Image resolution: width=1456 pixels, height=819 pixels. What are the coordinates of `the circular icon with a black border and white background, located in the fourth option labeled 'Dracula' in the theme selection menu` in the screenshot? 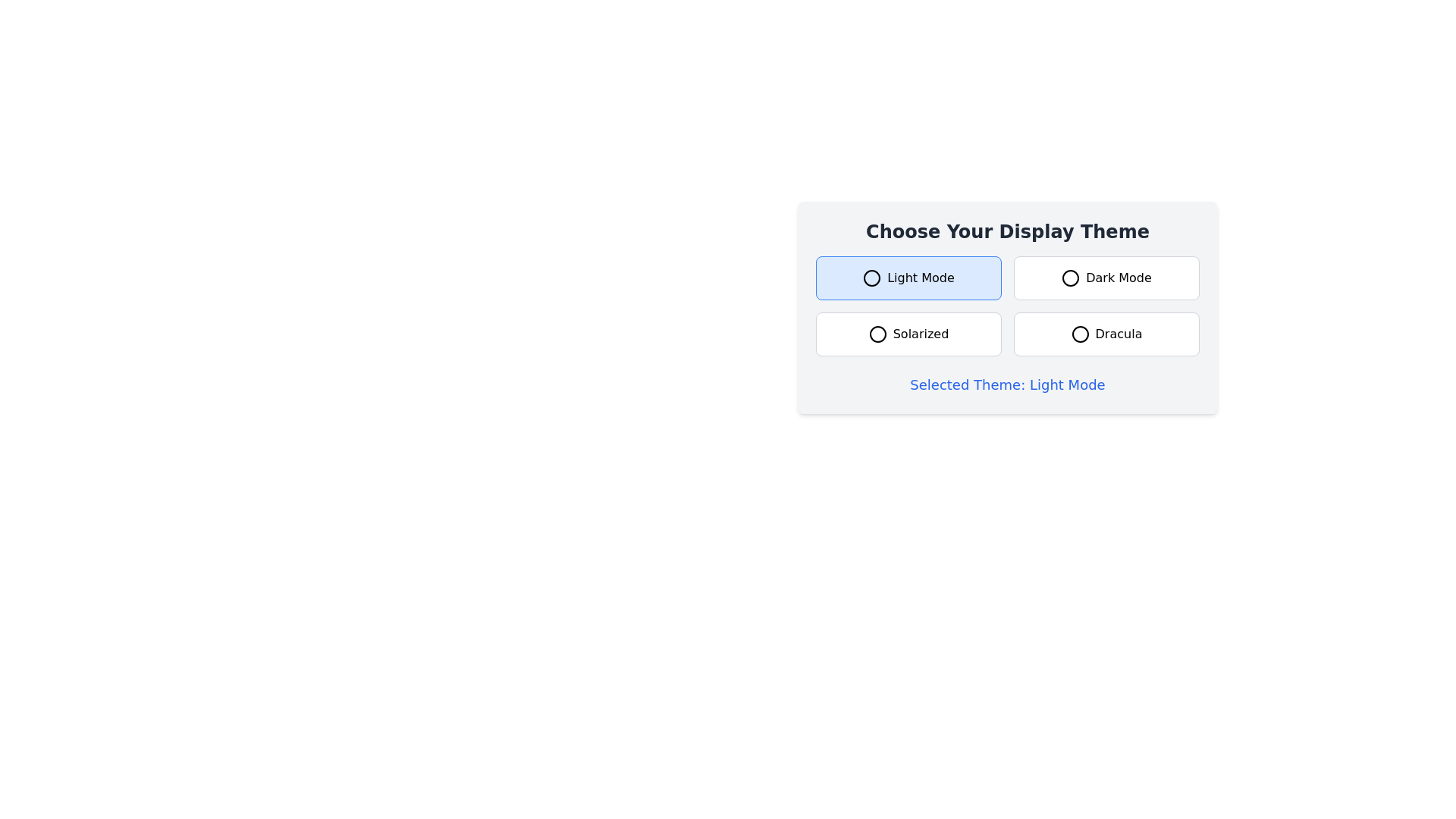 It's located at (1079, 333).